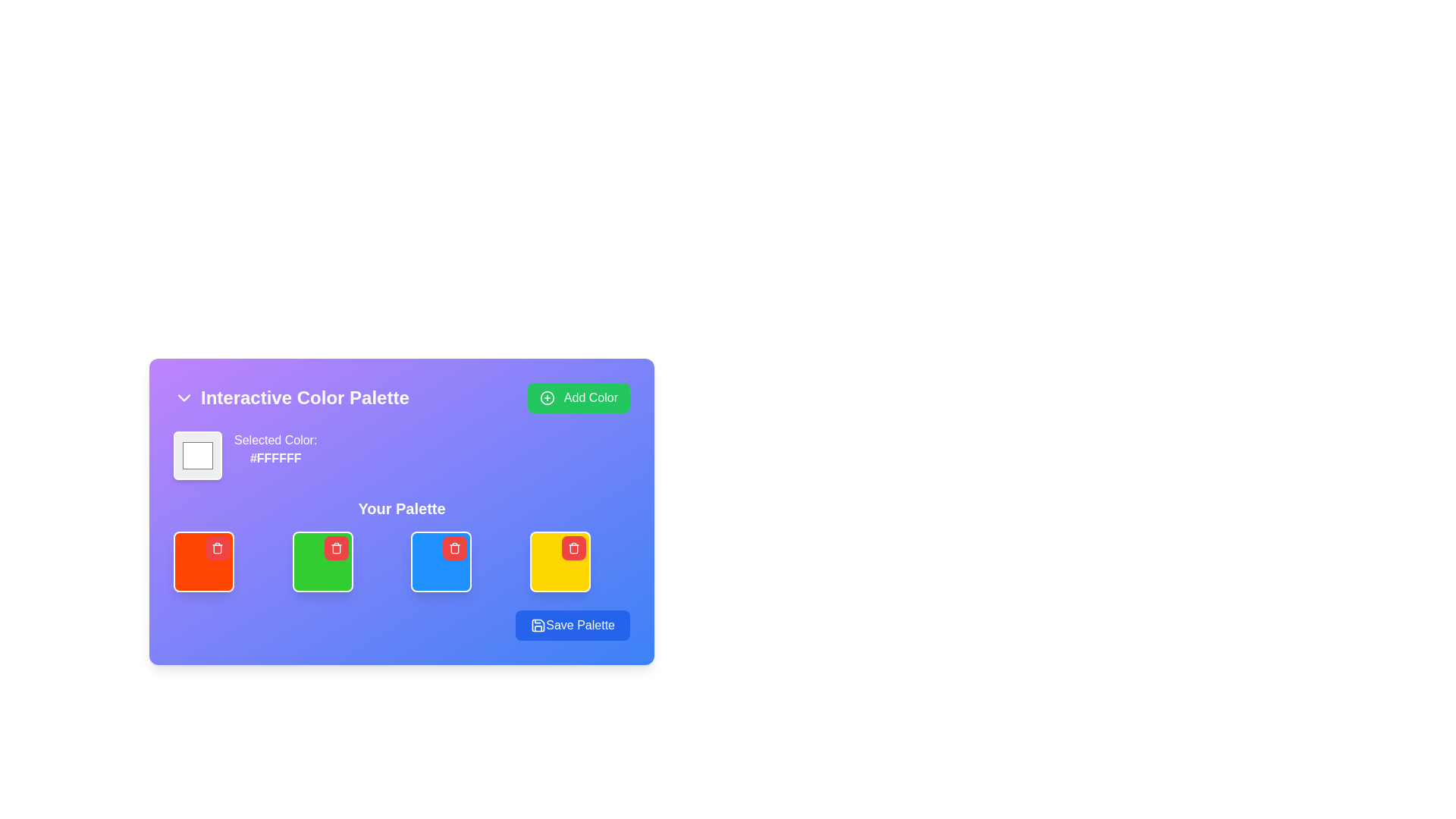 The image size is (1456, 819). I want to click on the static text label that provides a descriptive caption for the color information in the 'Interactive Color Palette' section, which is positioned above the color code text element, so click(275, 441).